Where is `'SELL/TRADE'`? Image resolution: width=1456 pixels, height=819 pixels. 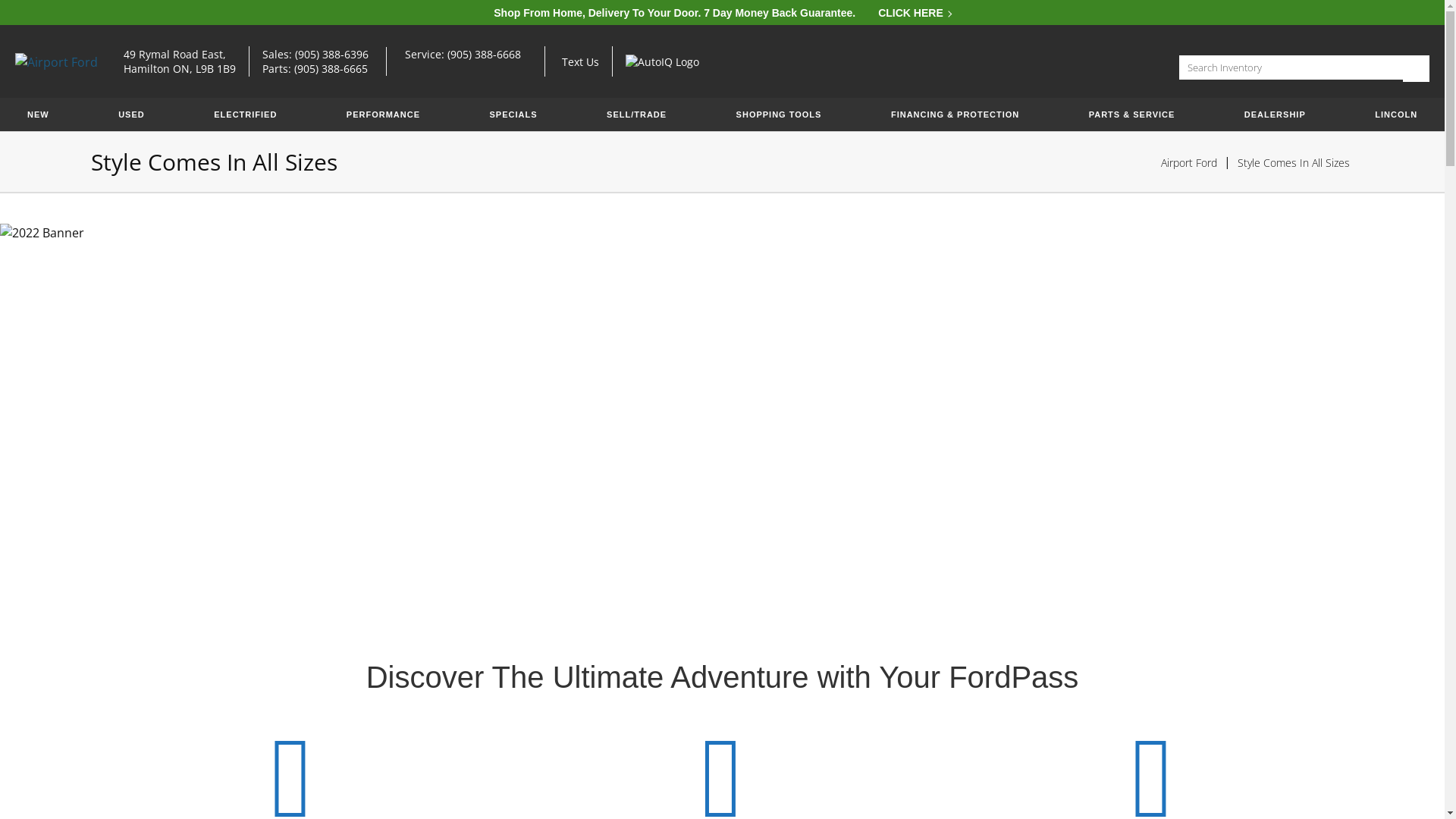
'SELL/TRADE' is located at coordinates (593, 114).